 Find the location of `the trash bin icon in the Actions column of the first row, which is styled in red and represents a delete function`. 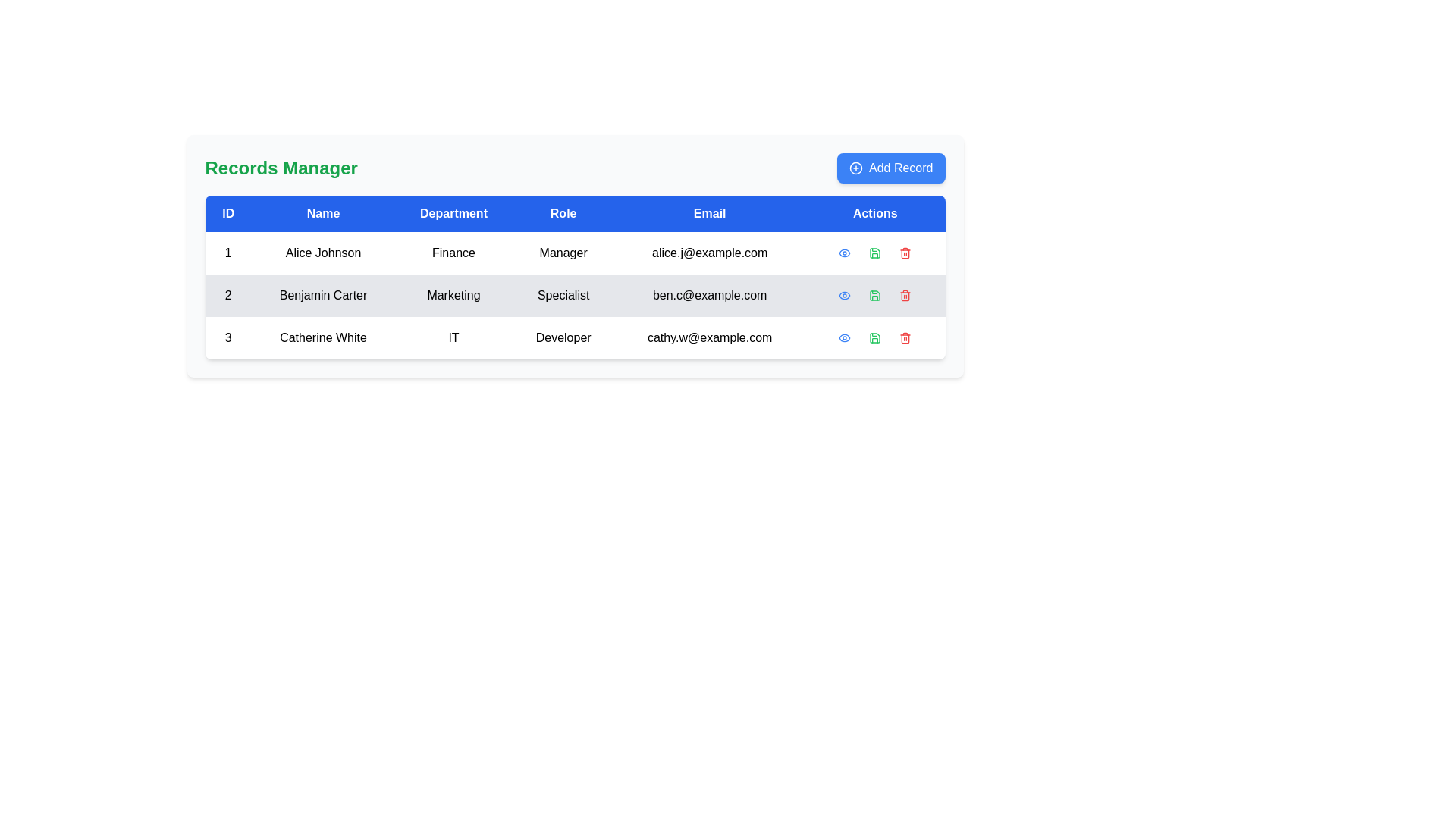

the trash bin icon in the Actions column of the first row, which is styled in red and represents a delete function is located at coordinates (905, 253).